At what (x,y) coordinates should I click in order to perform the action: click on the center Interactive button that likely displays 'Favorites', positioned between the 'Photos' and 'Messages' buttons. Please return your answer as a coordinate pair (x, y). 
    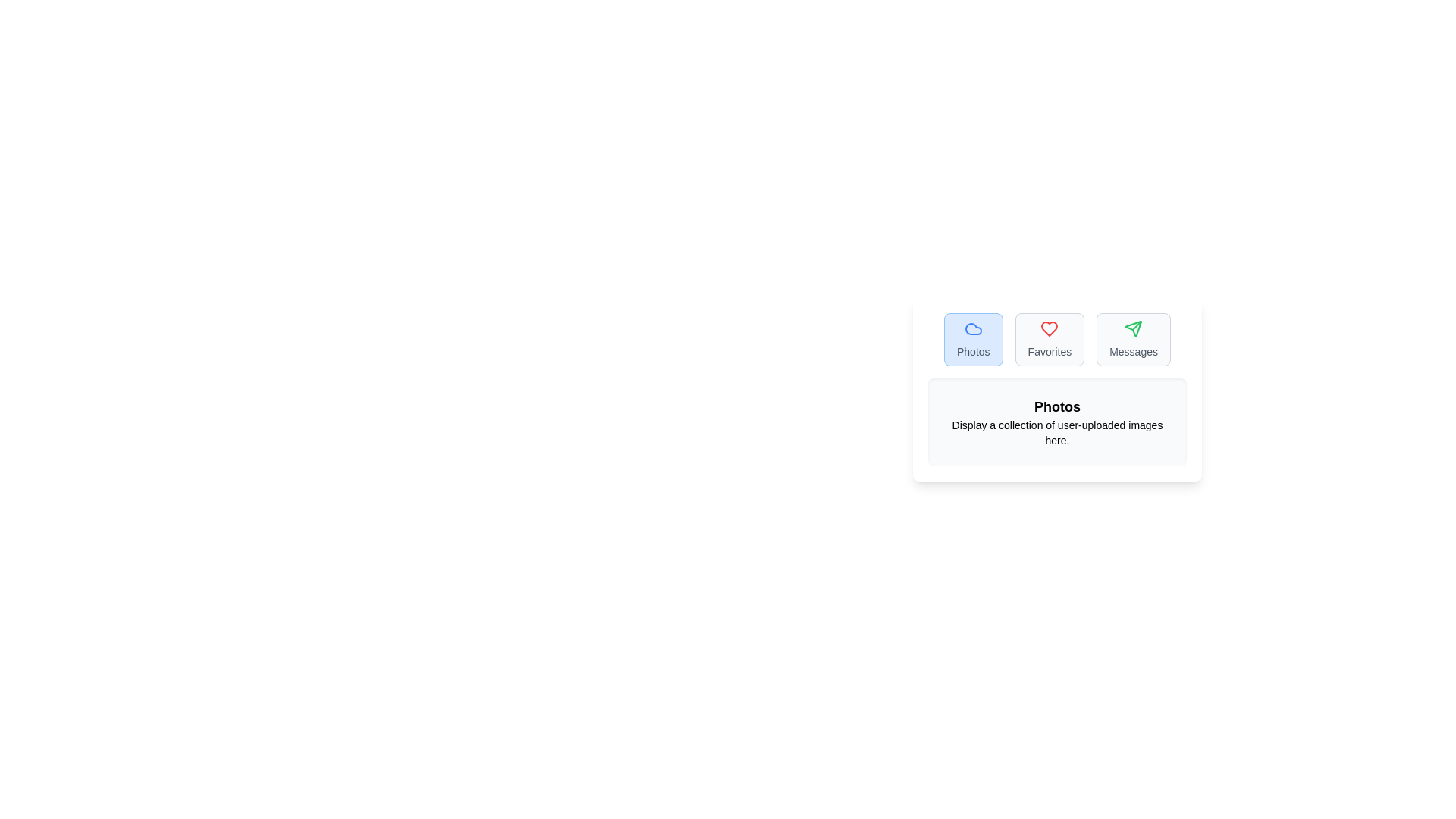
    Looking at the image, I should click on (1049, 338).